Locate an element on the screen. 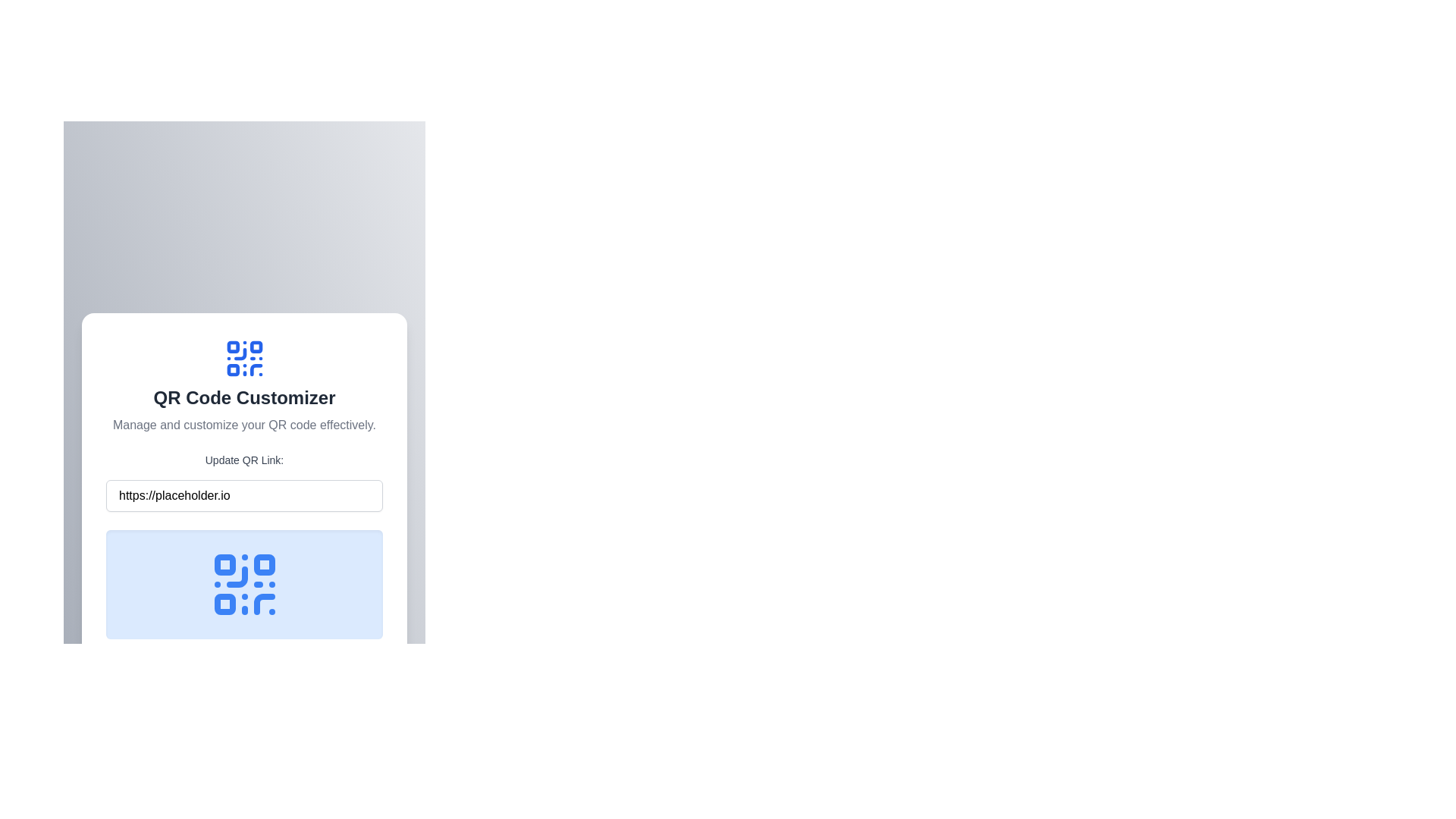  the stylized blue QR code icon located centrally at the top of the content card, above the title 'QR Code Customizer' is located at coordinates (244, 359).